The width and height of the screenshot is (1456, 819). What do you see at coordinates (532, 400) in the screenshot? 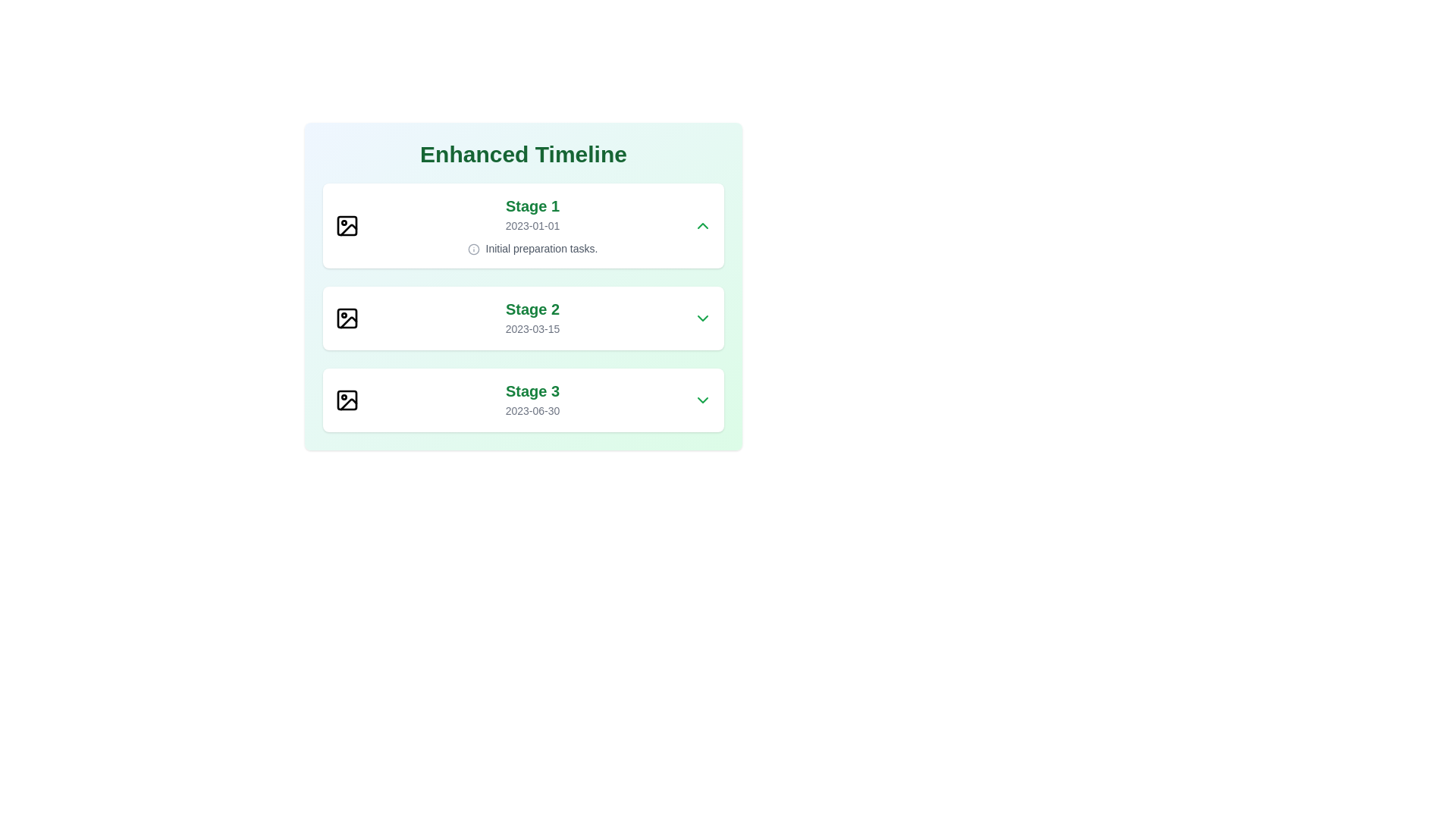
I see `the text block displaying 'Stage 3' and '2023-06-30' within the third card of a vertical list, which is prominently styled with a bold green title and a lighter gray subtitle` at bounding box center [532, 400].